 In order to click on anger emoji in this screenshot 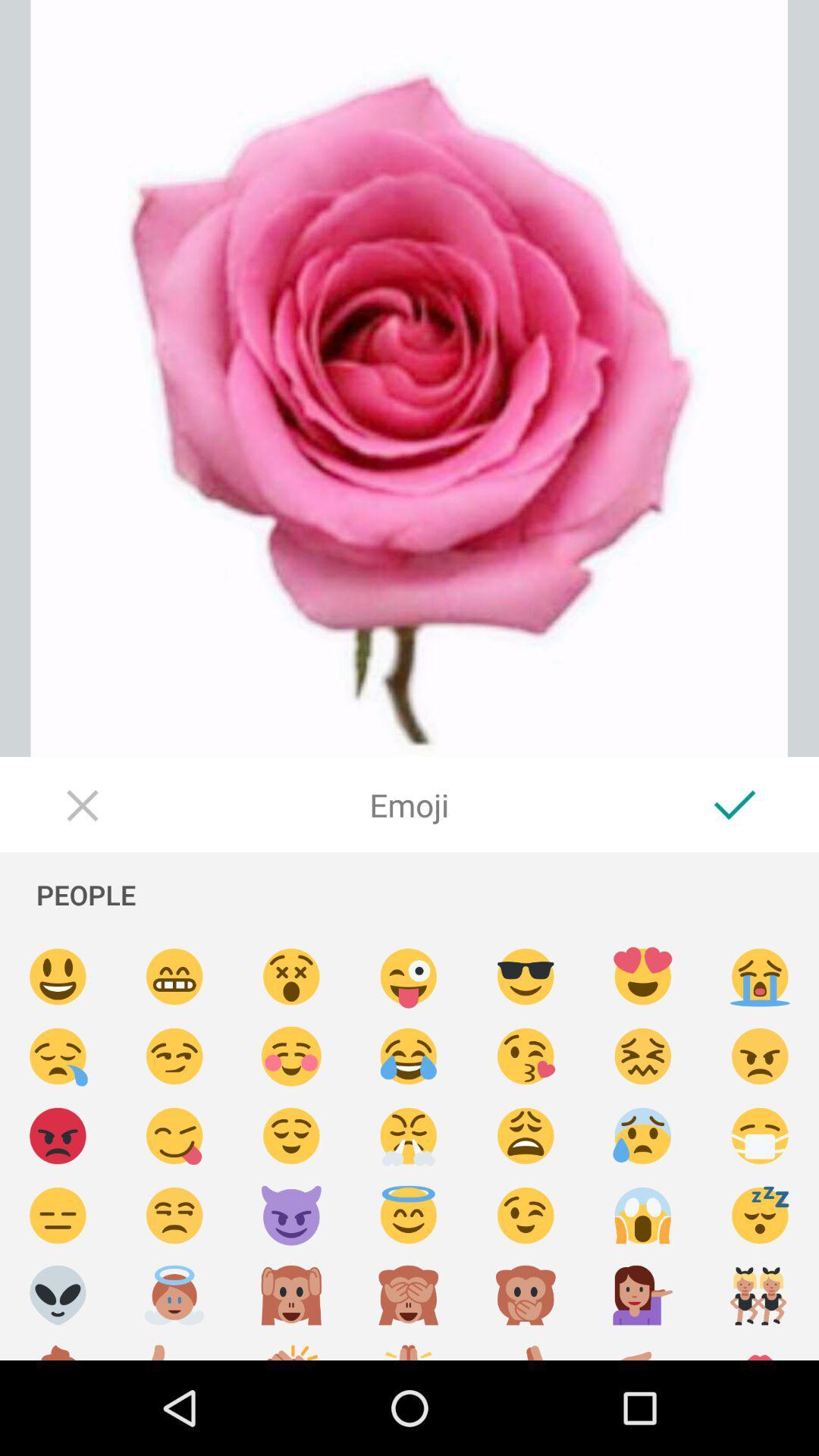, I will do `click(760, 1056)`.